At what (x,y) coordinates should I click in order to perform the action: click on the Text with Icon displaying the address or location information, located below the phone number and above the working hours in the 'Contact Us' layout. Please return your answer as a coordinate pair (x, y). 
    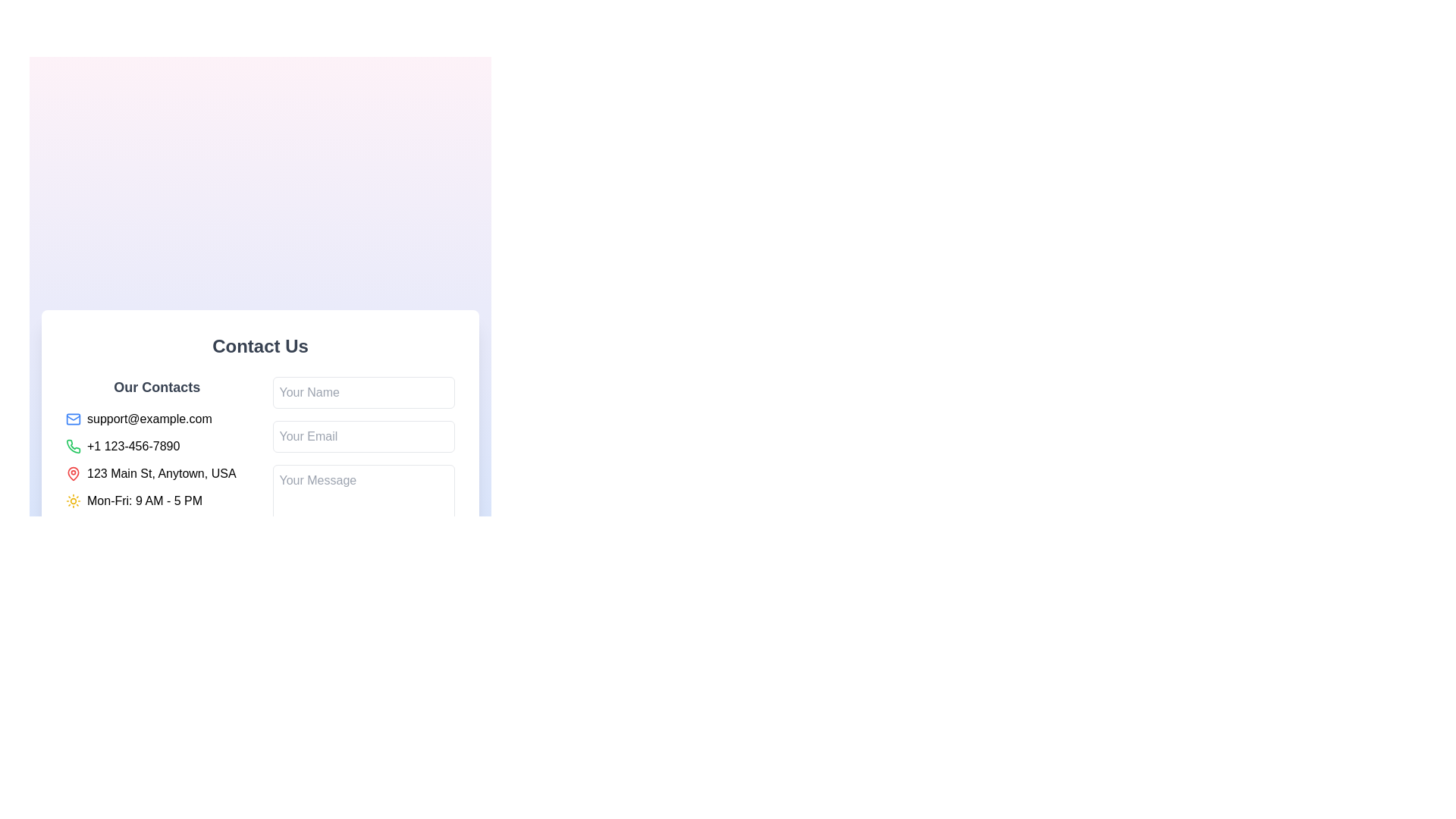
    Looking at the image, I should click on (157, 472).